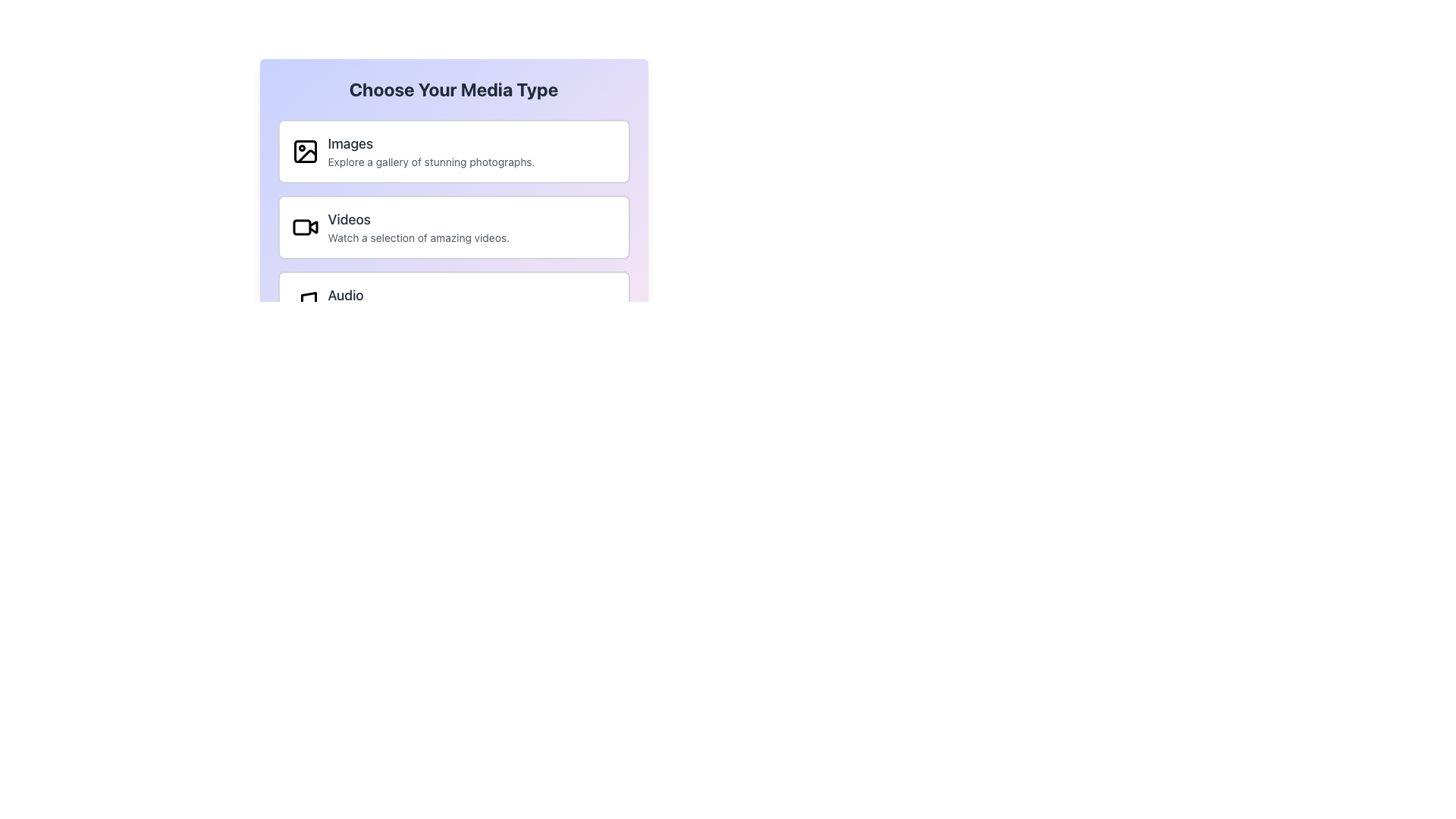 Image resolution: width=1456 pixels, height=819 pixels. What do you see at coordinates (298, 309) in the screenshot?
I see `the circular element within the 'lucide-music' SVG icon located at the bottom-right of the interface, specifically the circle at the bottom-left of its siblings` at bounding box center [298, 309].